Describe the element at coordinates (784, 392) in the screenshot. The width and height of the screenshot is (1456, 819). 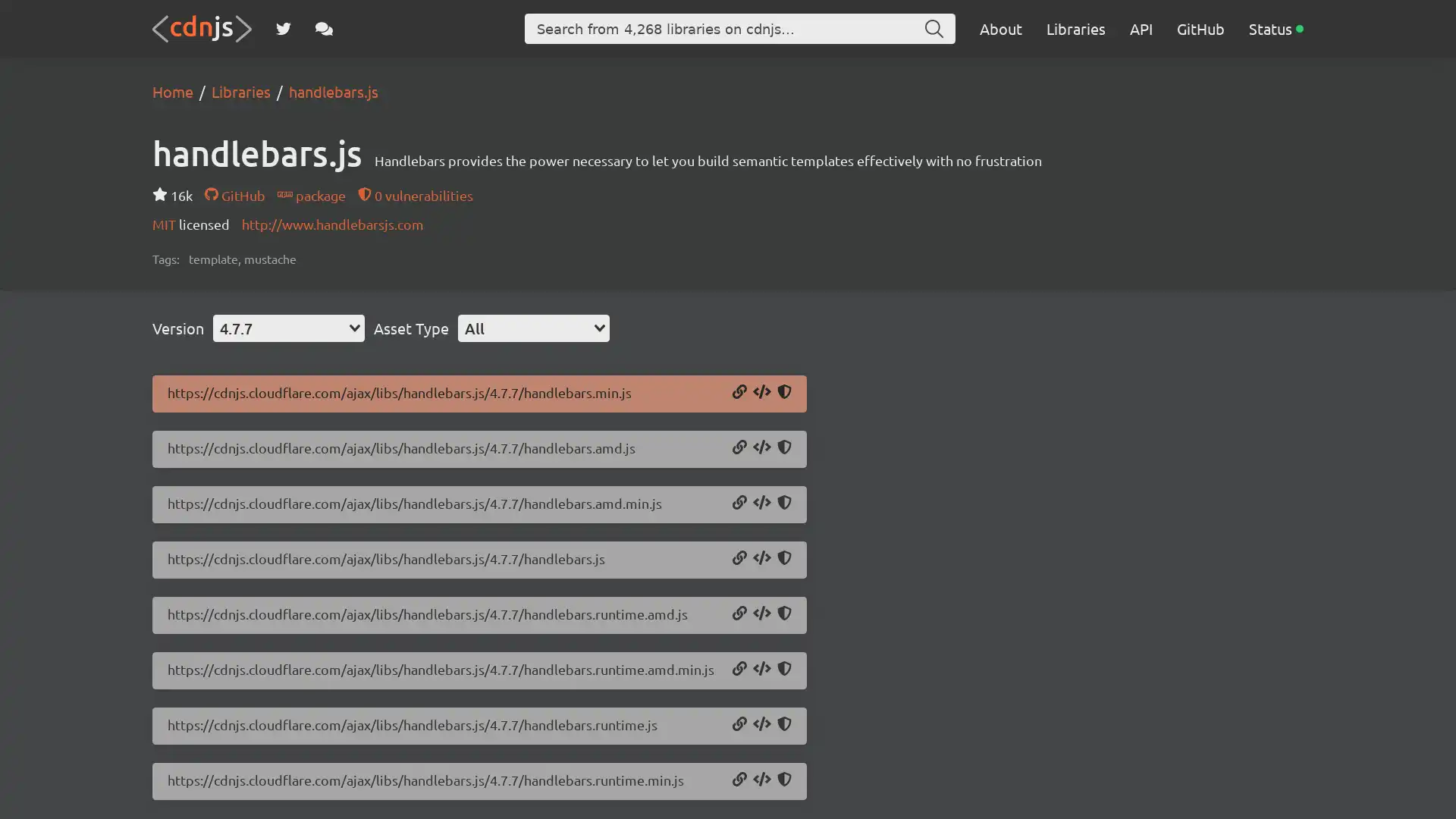
I see `Copy SRI Hash` at that location.